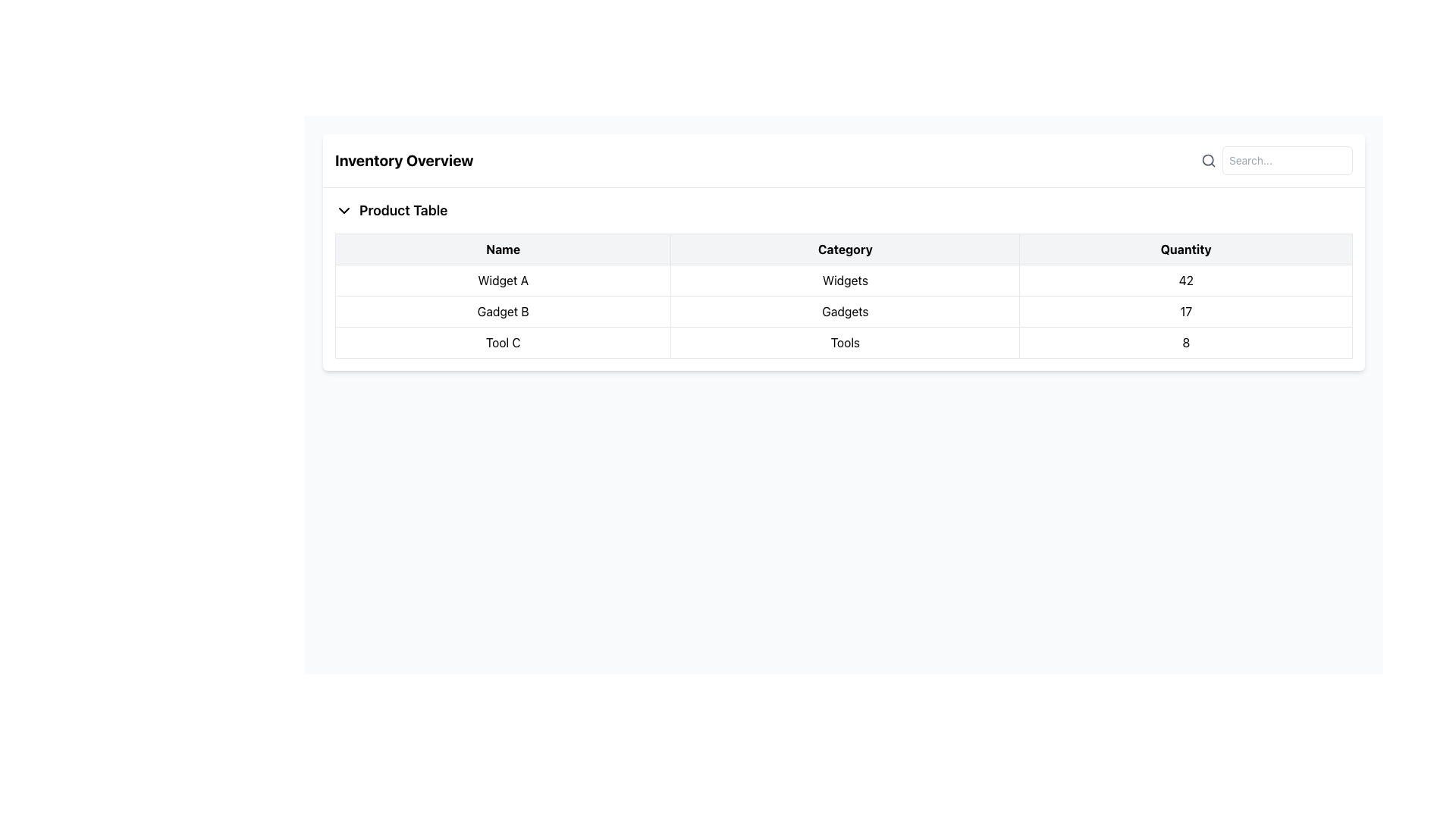  What do you see at coordinates (1185, 342) in the screenshot?
I see `the numeral '8' in bold black text located in the last cell of the 'Quantity' column for 'Tool C' in the table` at bounding box center [1185, 342].